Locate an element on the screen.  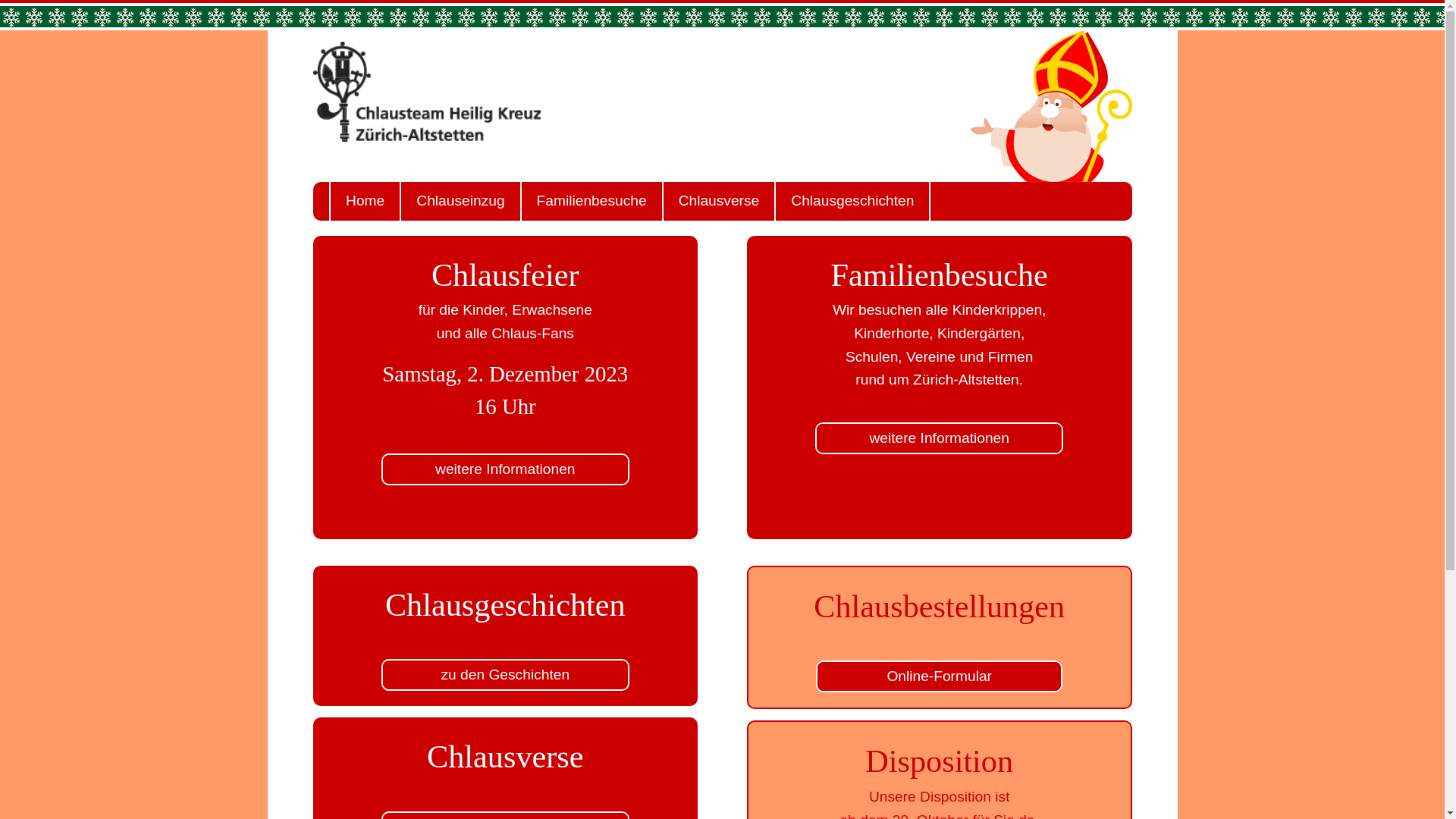
'Chlausverse' is located at coordinates (717, 200).